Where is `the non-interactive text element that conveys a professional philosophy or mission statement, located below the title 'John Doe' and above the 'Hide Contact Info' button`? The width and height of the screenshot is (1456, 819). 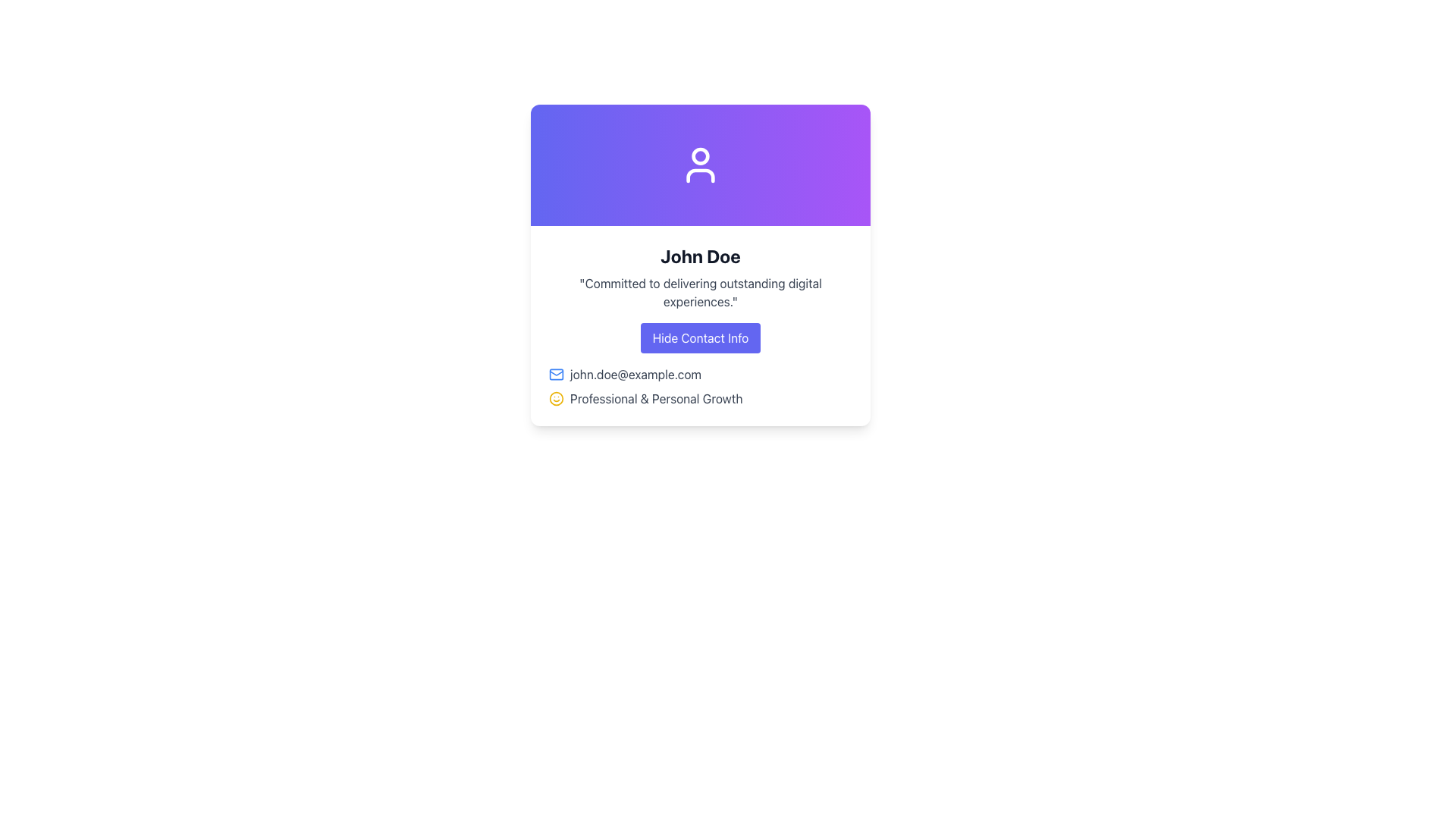 the non-interactive text element that conveys a professional philosophy or mission statement, located below the title 'John Doe' and above the 'Hide Contact Info' button is located at coordinates (700, 292).